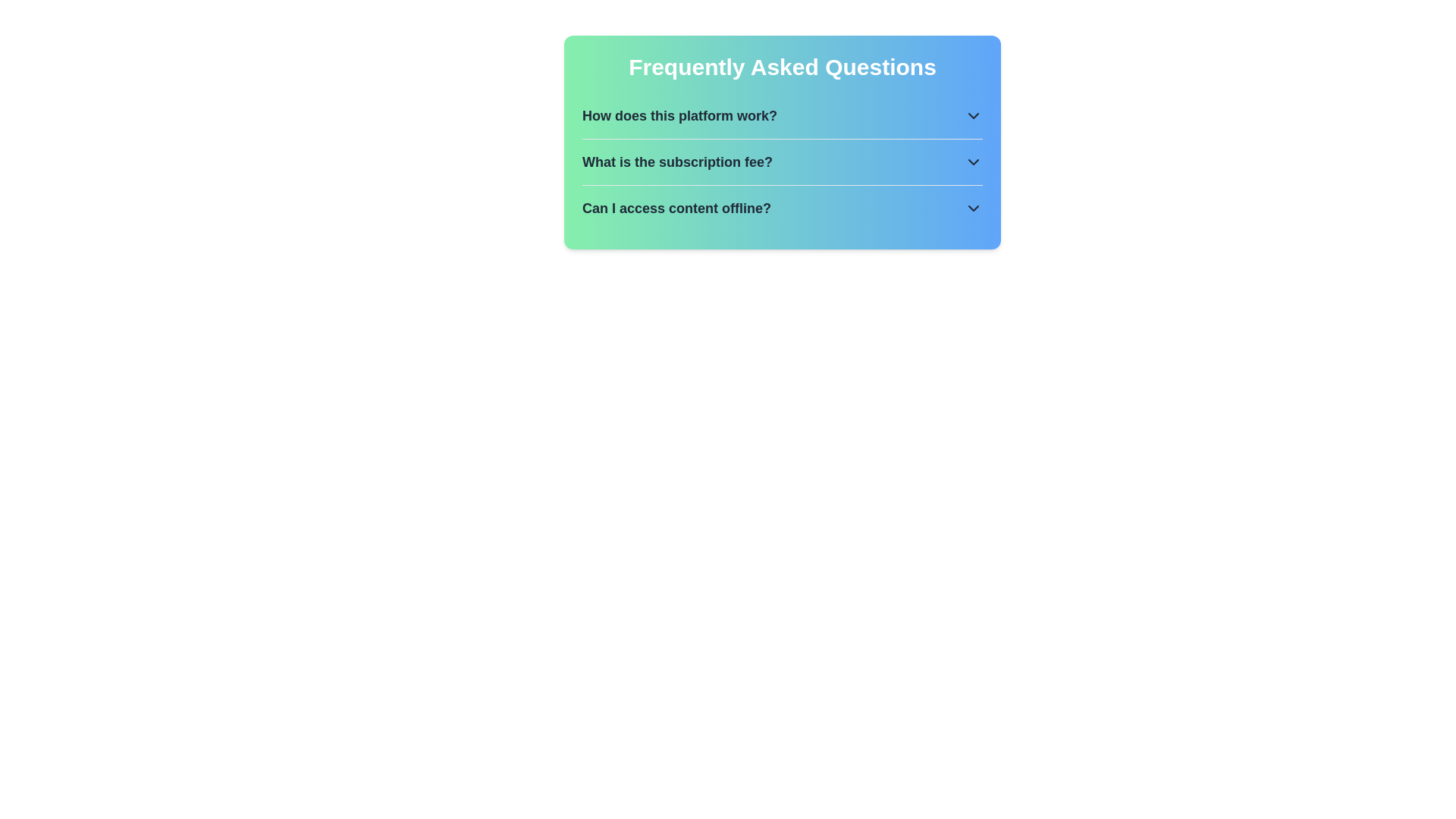 Image resolution: width=1456 pixels, height=819 pixels. What do you see at coordinates (973, 115) in the screenshot?
I see `the toggle icon for expanding or collapsing the section associated with the question row titled 'How does this platform work?'` at bounding box center [973, 115].